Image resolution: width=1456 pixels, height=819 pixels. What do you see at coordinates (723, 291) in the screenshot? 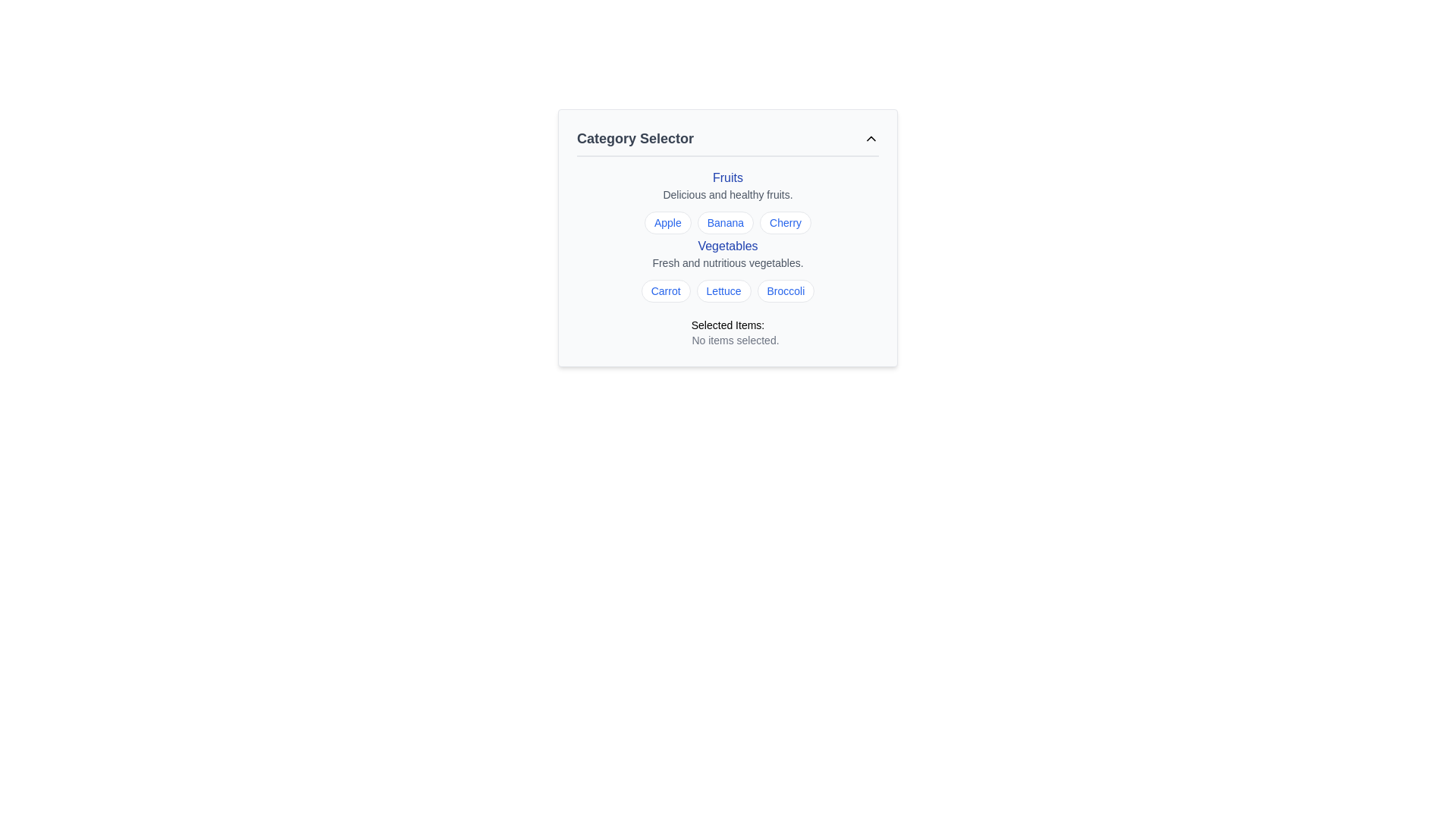
I see `the pill-shaped button labeled 'Lettuce' in blue color` at bounding box center [723, 291].